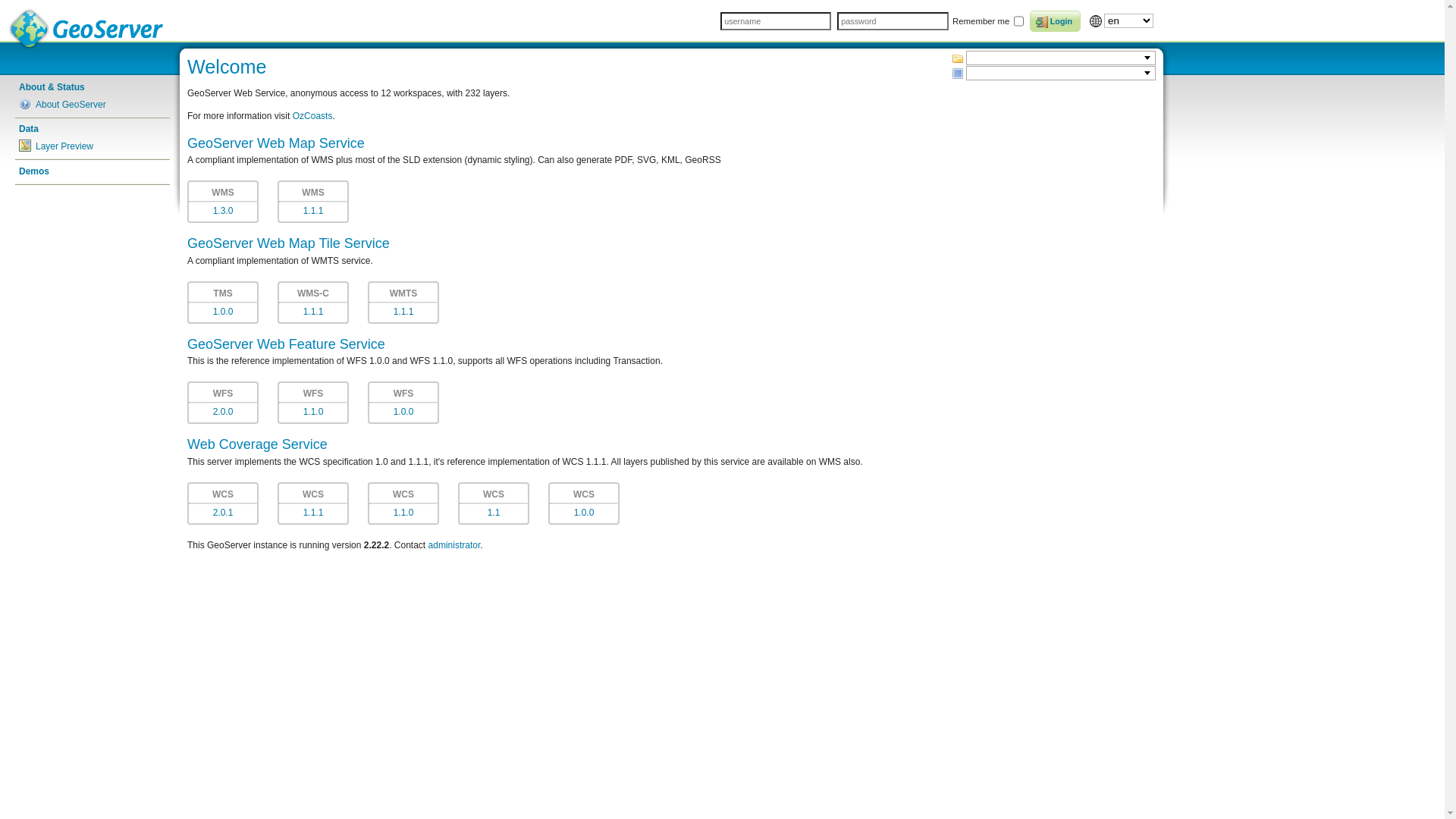 This screenshot has width=1456, height=819. Describe the element at coordinates (91, 171) in the screenshot. I see `'Demos'` at that location.